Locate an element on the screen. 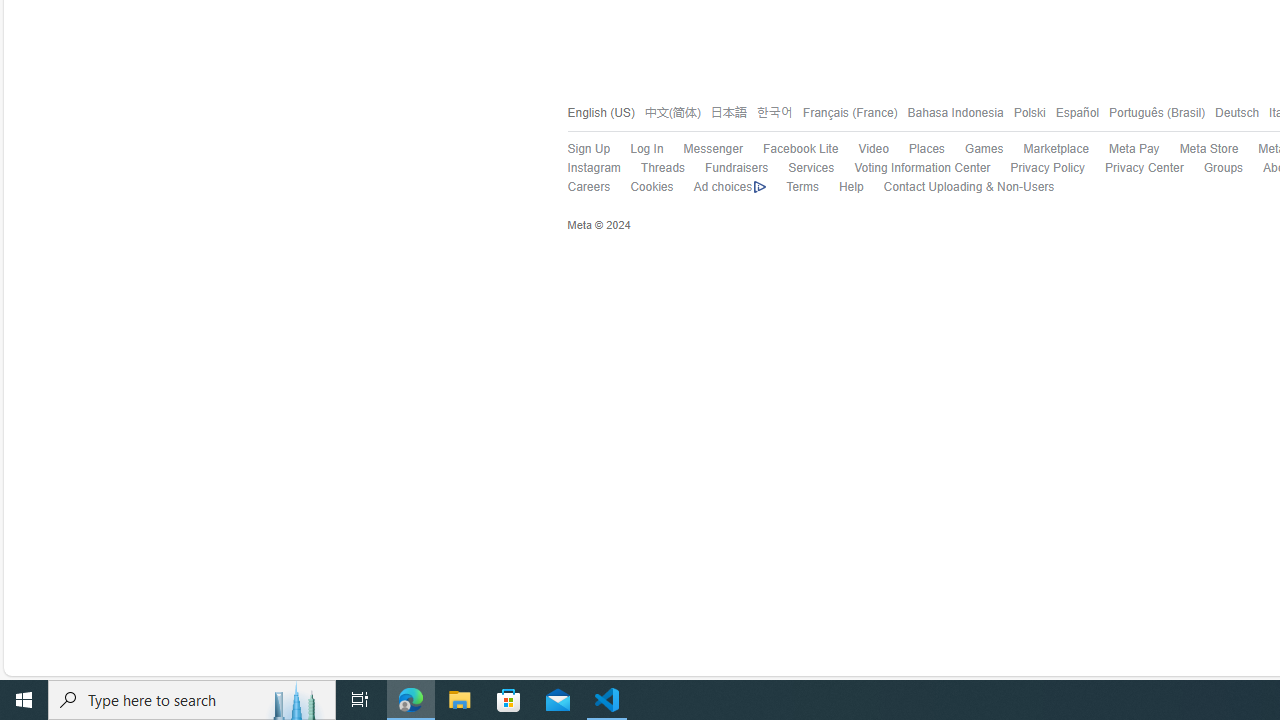 The image size is (1280, 720). 'Video' is located at coordinates (873, 148).